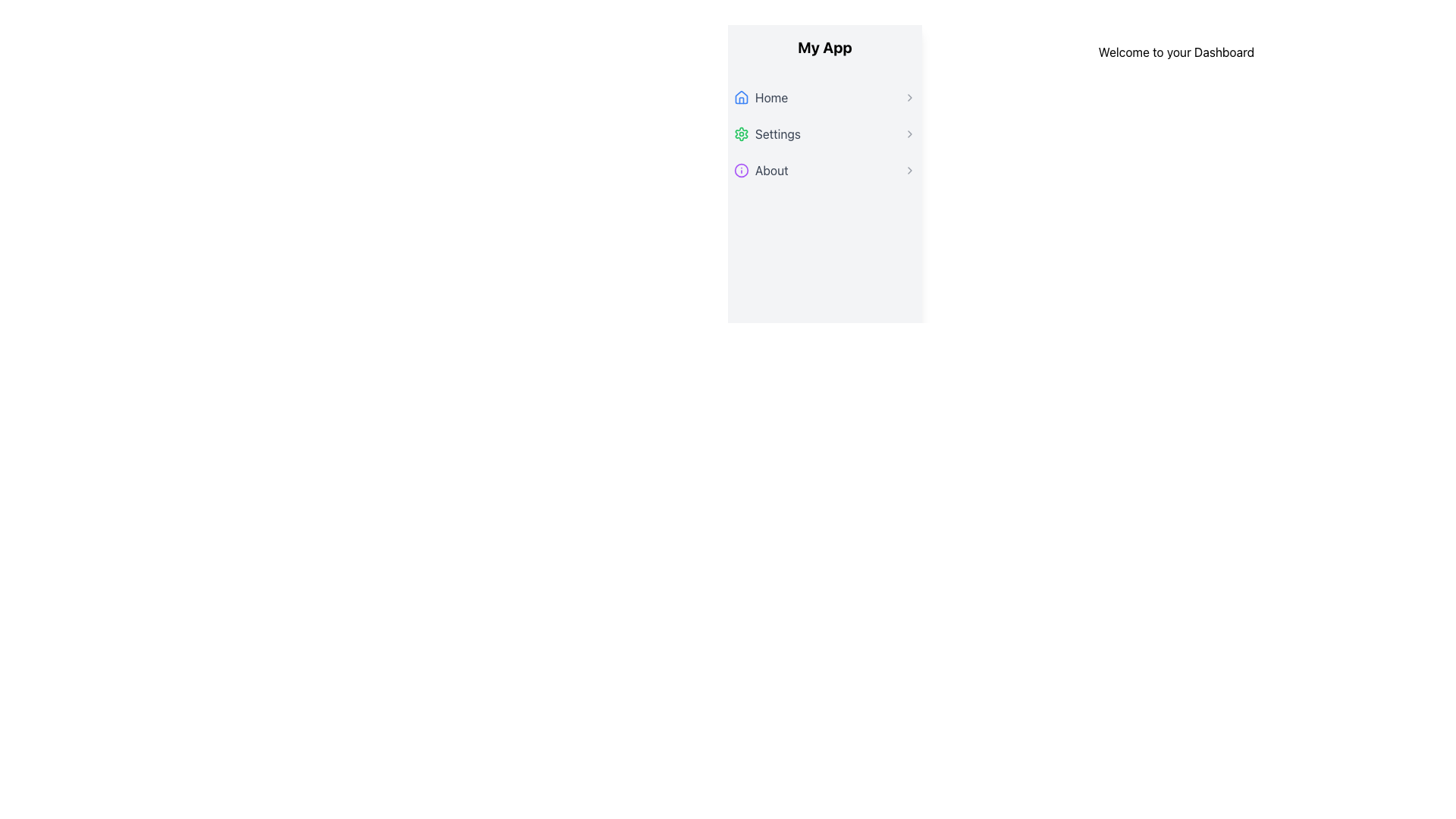  What do you see at coordinates (742, 133) in the screenshot?
I see `the 'Settings' icon located in the center-right section of the menu, adjacent to the 'Settings' label` at bounding box center [742, 133].